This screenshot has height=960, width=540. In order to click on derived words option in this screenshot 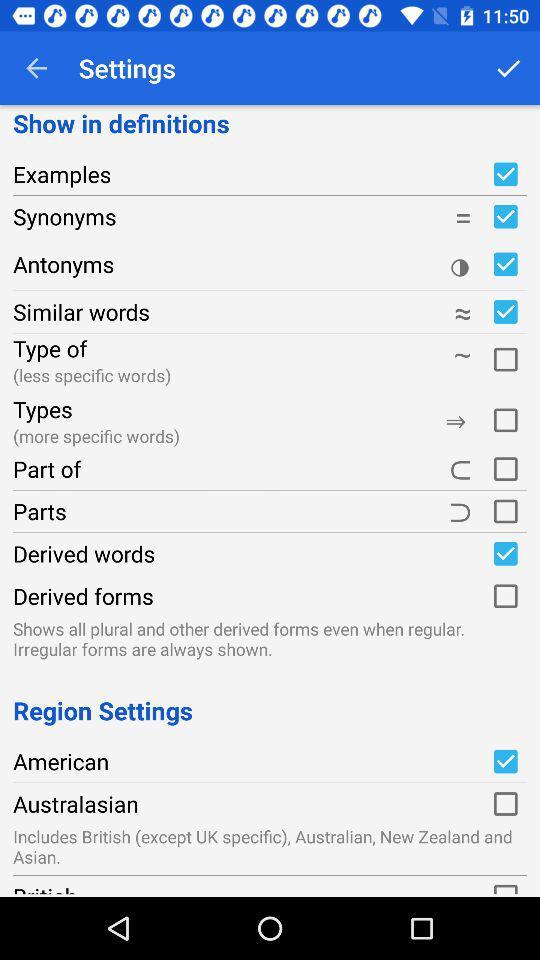, I will do `click(504, 553)`.